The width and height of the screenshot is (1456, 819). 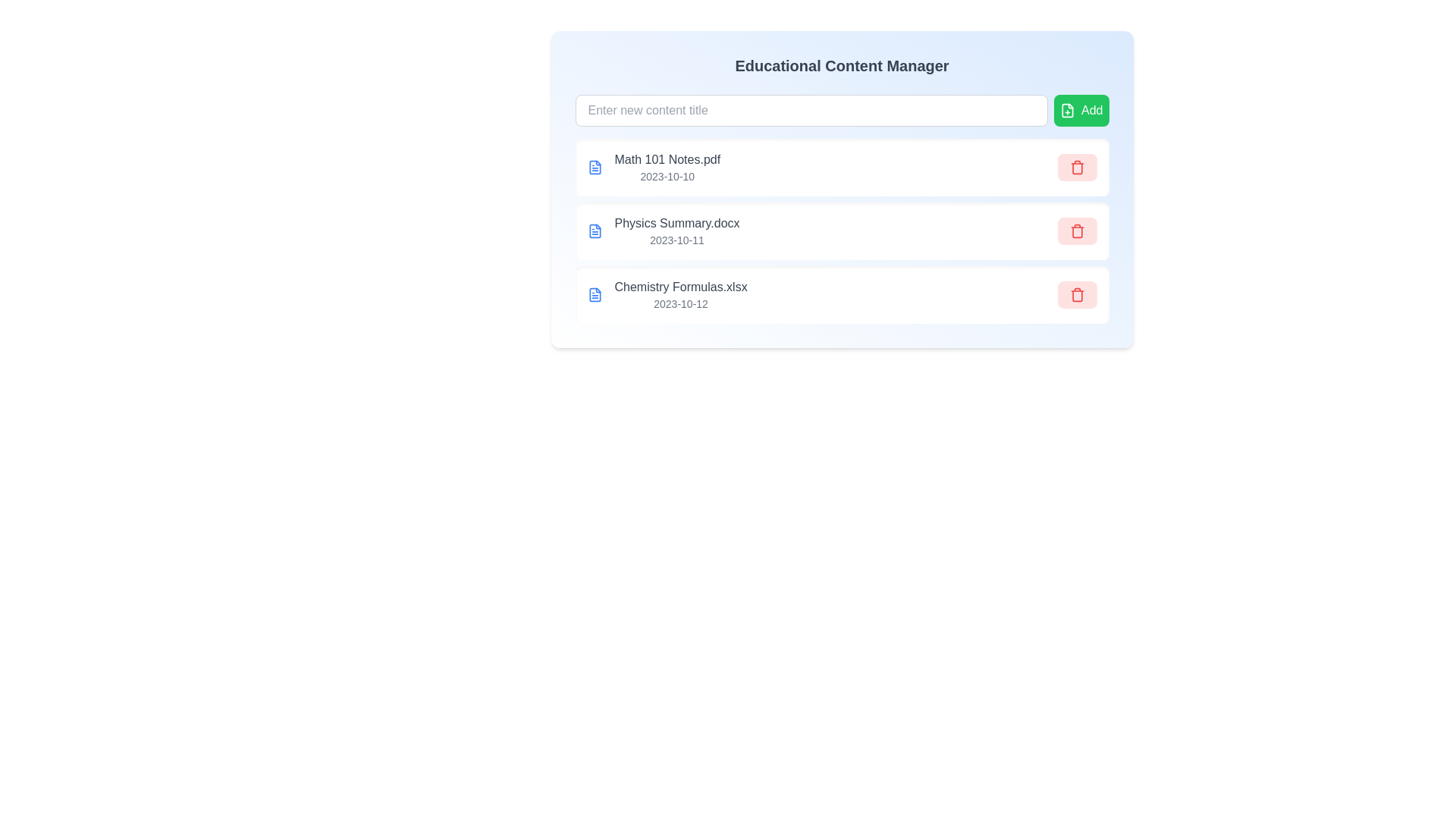 What do you see at coordinates (654, 167) in the screenshot?
I see `the file entry 'Math 101 Notes.pdf'` at bounding box center [654, 167].